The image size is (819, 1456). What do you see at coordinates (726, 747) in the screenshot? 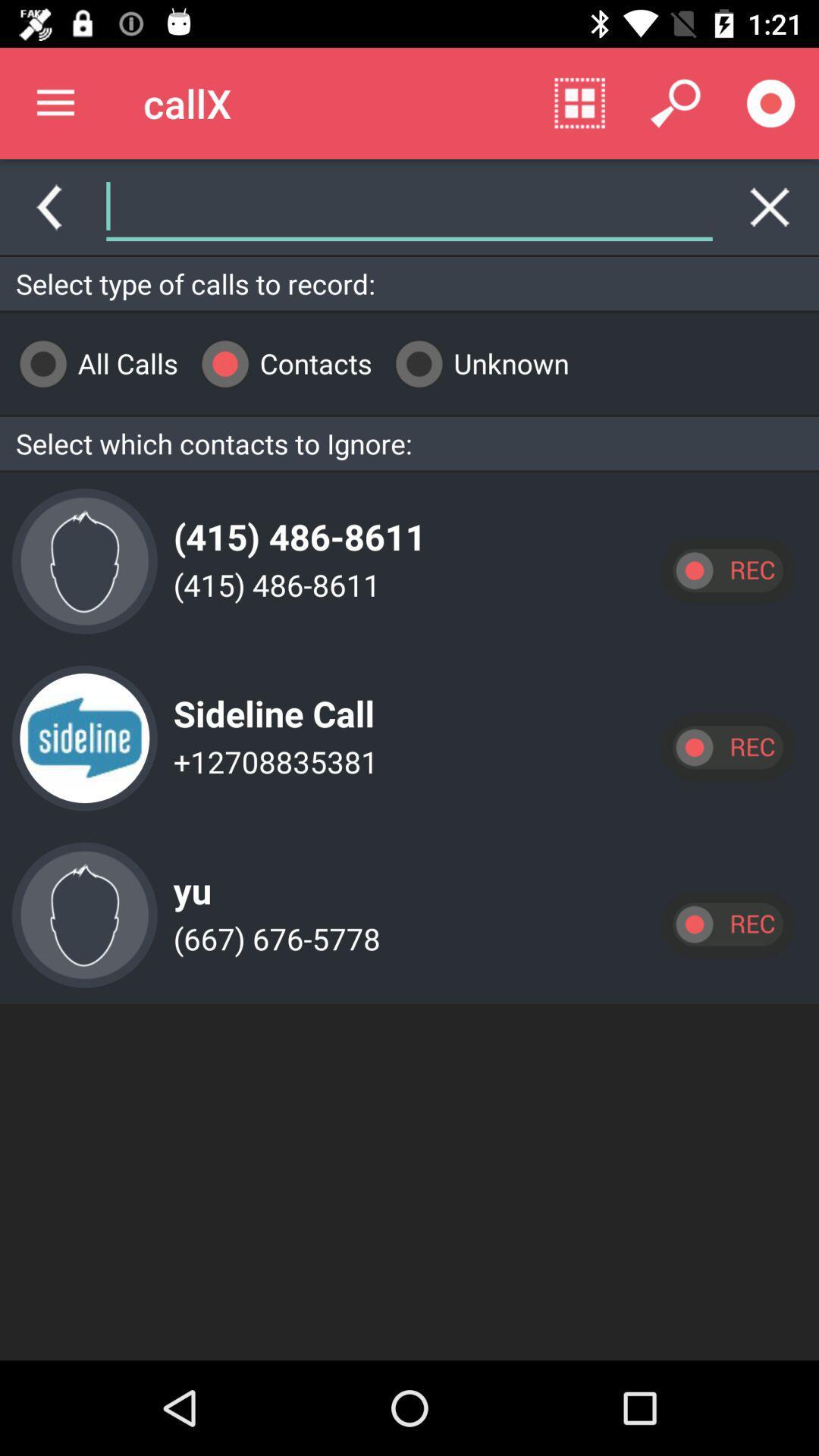
I see `start recording` at bounding box center [726, 747].